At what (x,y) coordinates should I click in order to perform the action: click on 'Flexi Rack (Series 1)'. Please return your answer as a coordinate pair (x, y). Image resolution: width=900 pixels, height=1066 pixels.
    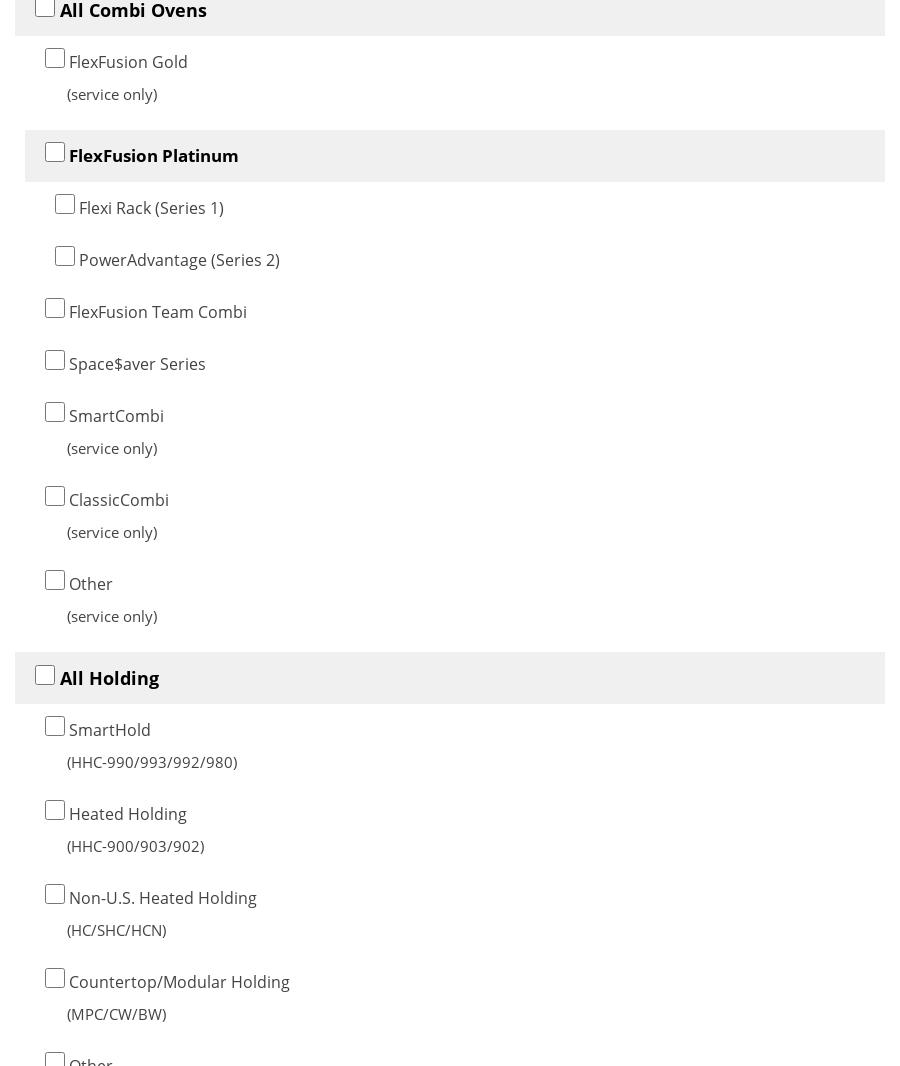
    Looking at the image, I should click on (149, 206).